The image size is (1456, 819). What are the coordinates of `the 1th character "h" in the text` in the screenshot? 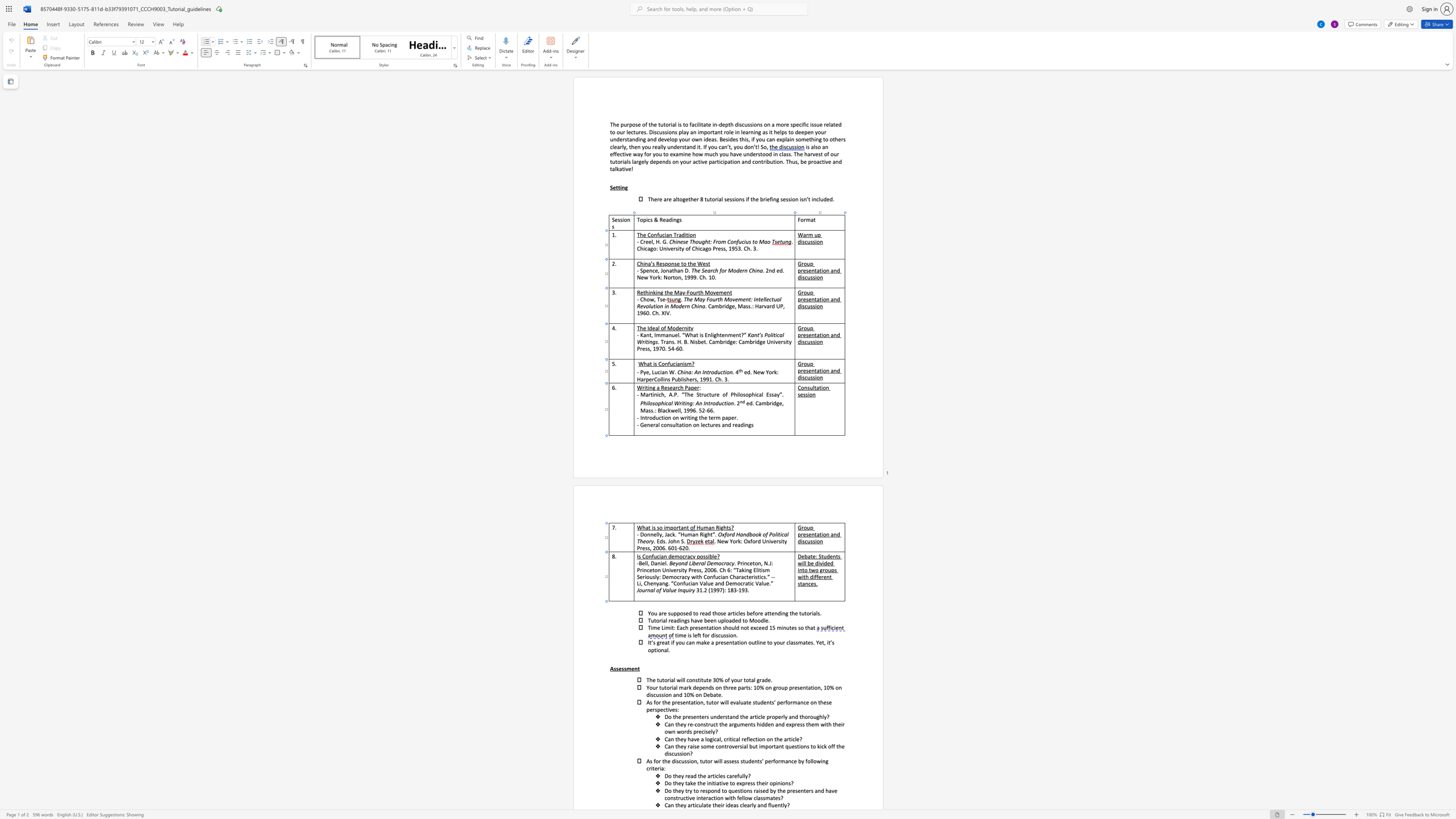 It's located at (676, 783).